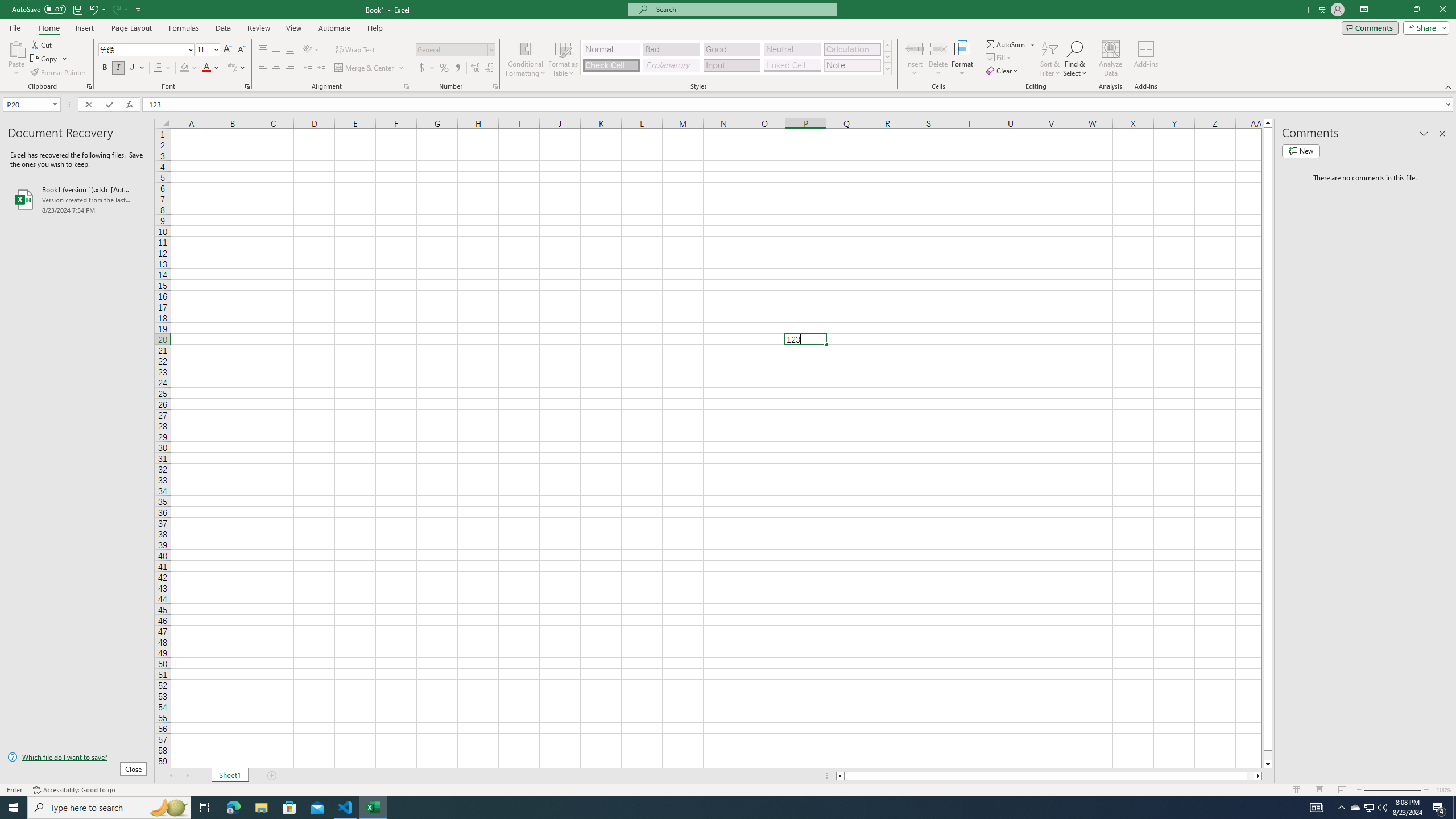 This screenshot has height=819, width=1456. I want to click on 'Good', so click(731, 49).